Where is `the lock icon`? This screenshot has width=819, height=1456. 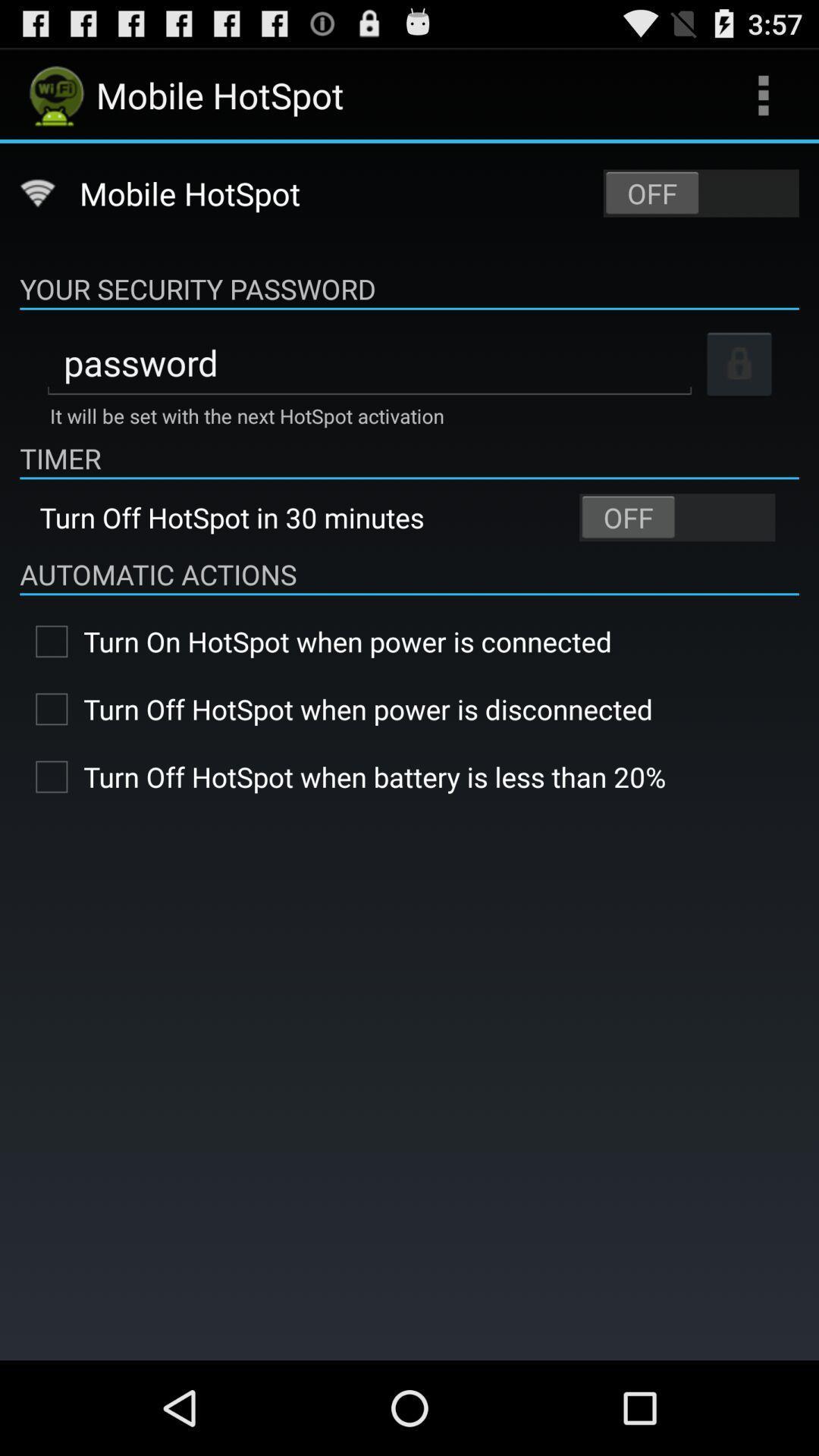 the lock icon is located at coordinates (739, 388).